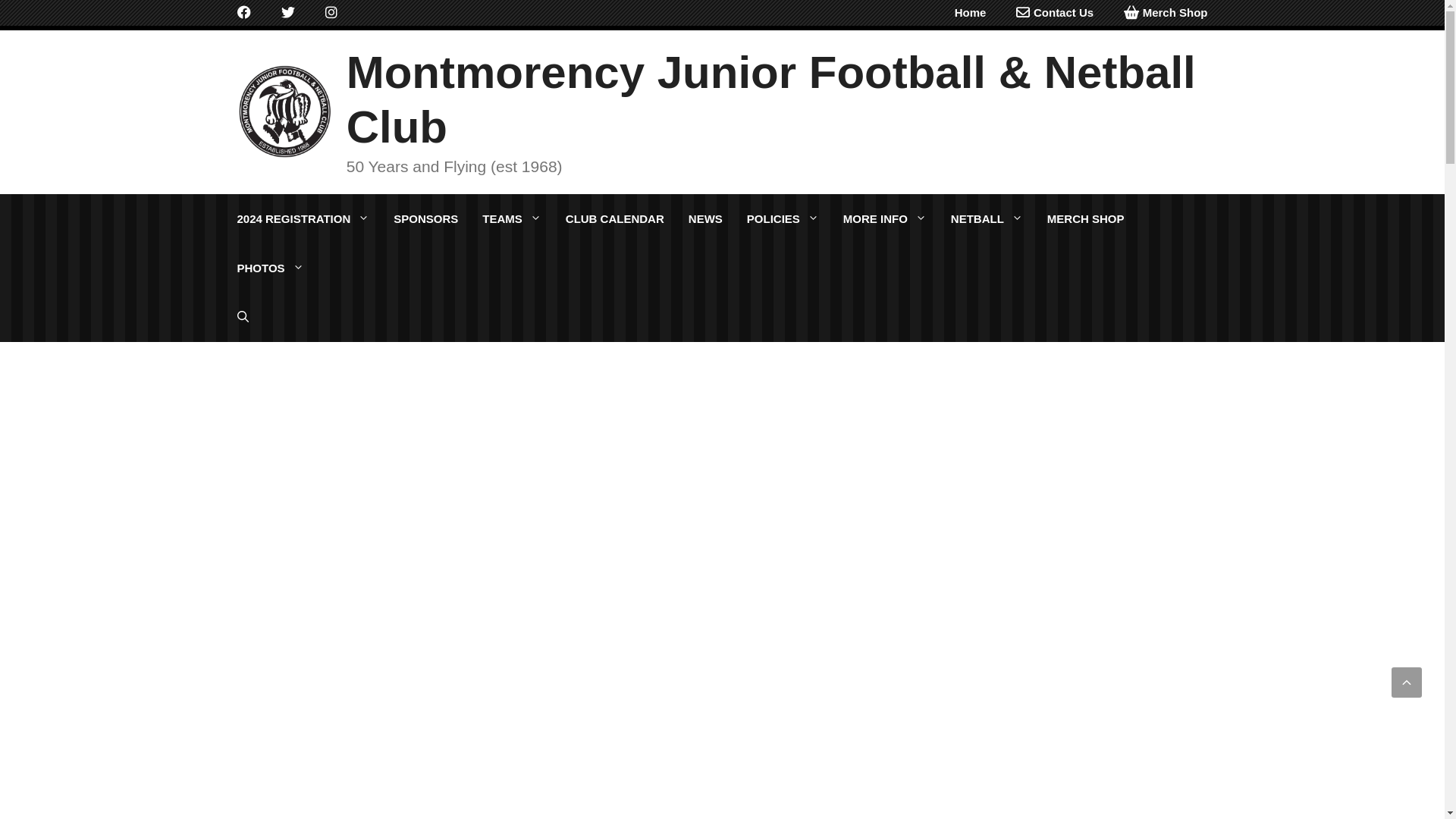  I want to click on 'Contact Us', so click(1065, 12).